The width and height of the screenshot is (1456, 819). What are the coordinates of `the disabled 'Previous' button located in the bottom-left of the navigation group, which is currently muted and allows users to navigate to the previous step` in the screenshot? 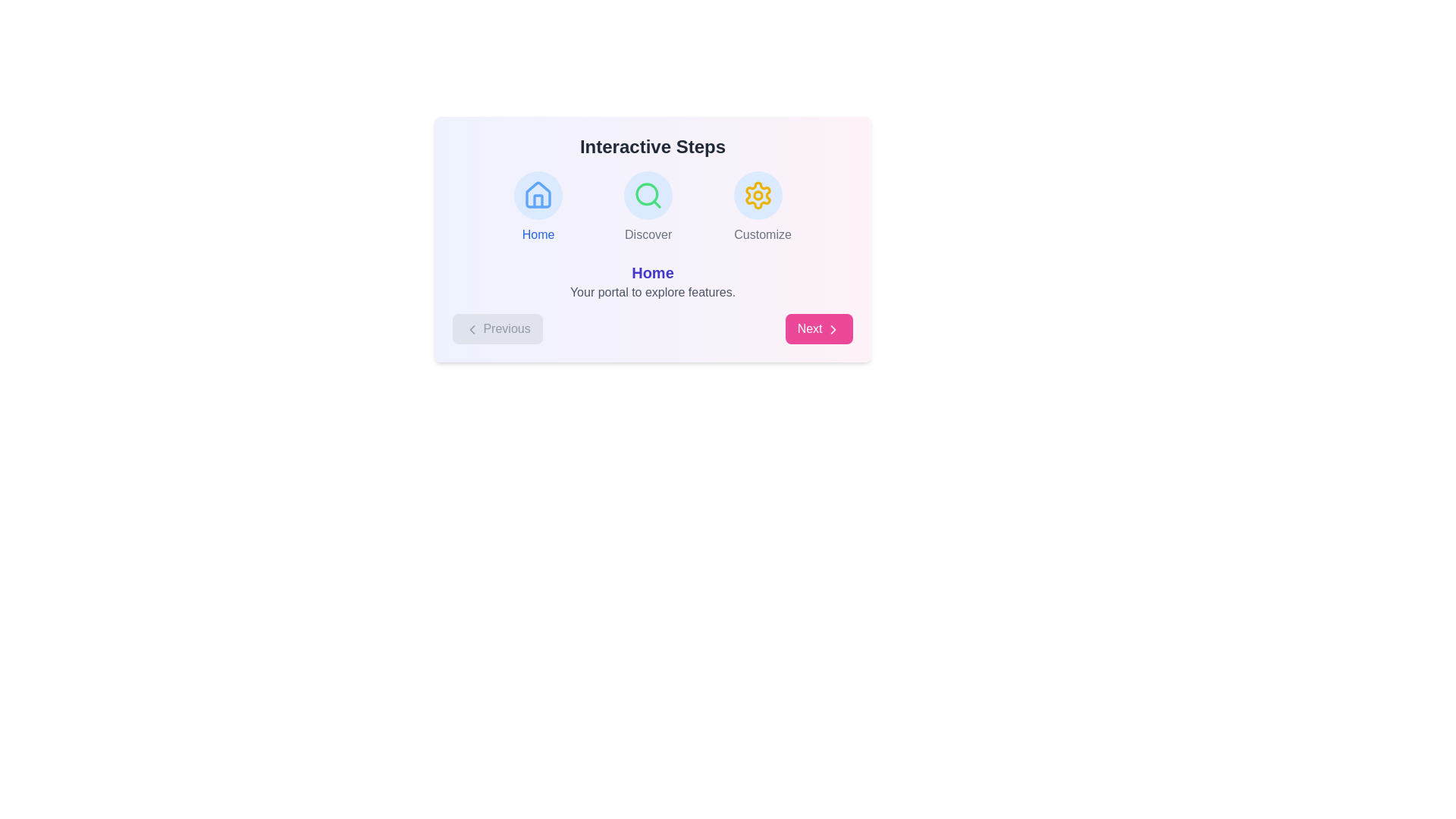 It's located at (497, 328).